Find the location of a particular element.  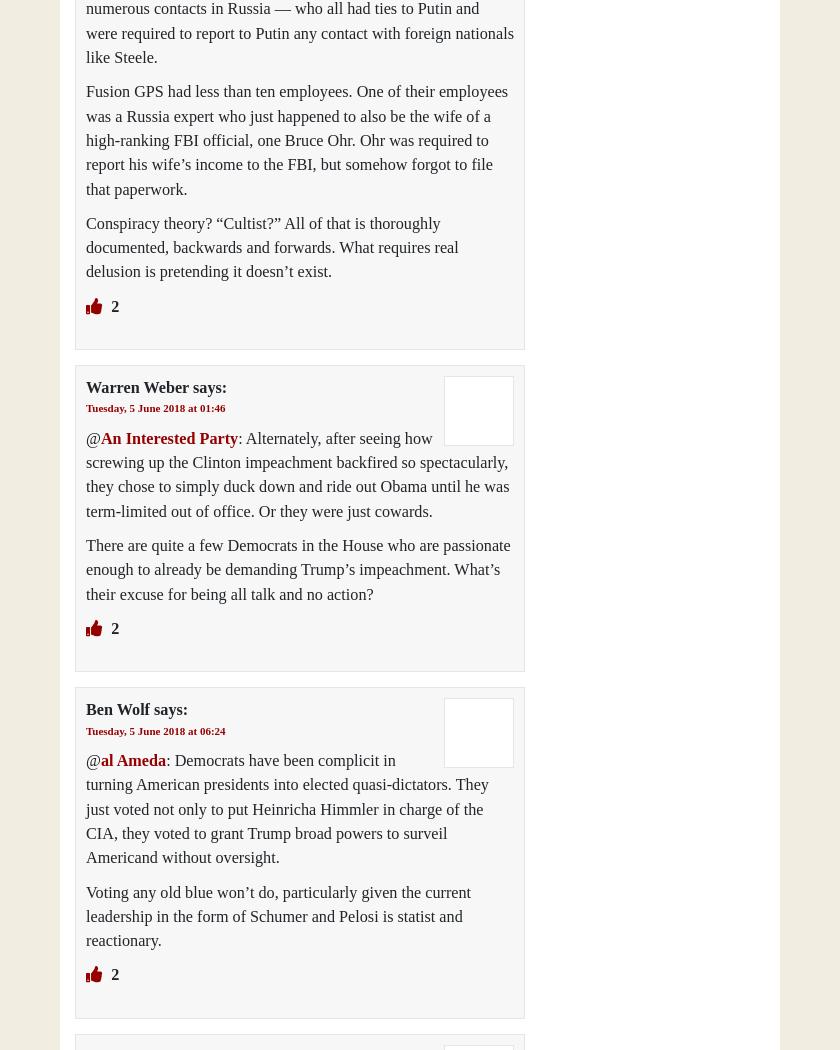

'Conspiracy theory? “Cultist?” All of that is thoroughly documented, backwards and forwards. What requires real delusion is pretending it doesn’t exist.' is located at coordinates (271, 247).